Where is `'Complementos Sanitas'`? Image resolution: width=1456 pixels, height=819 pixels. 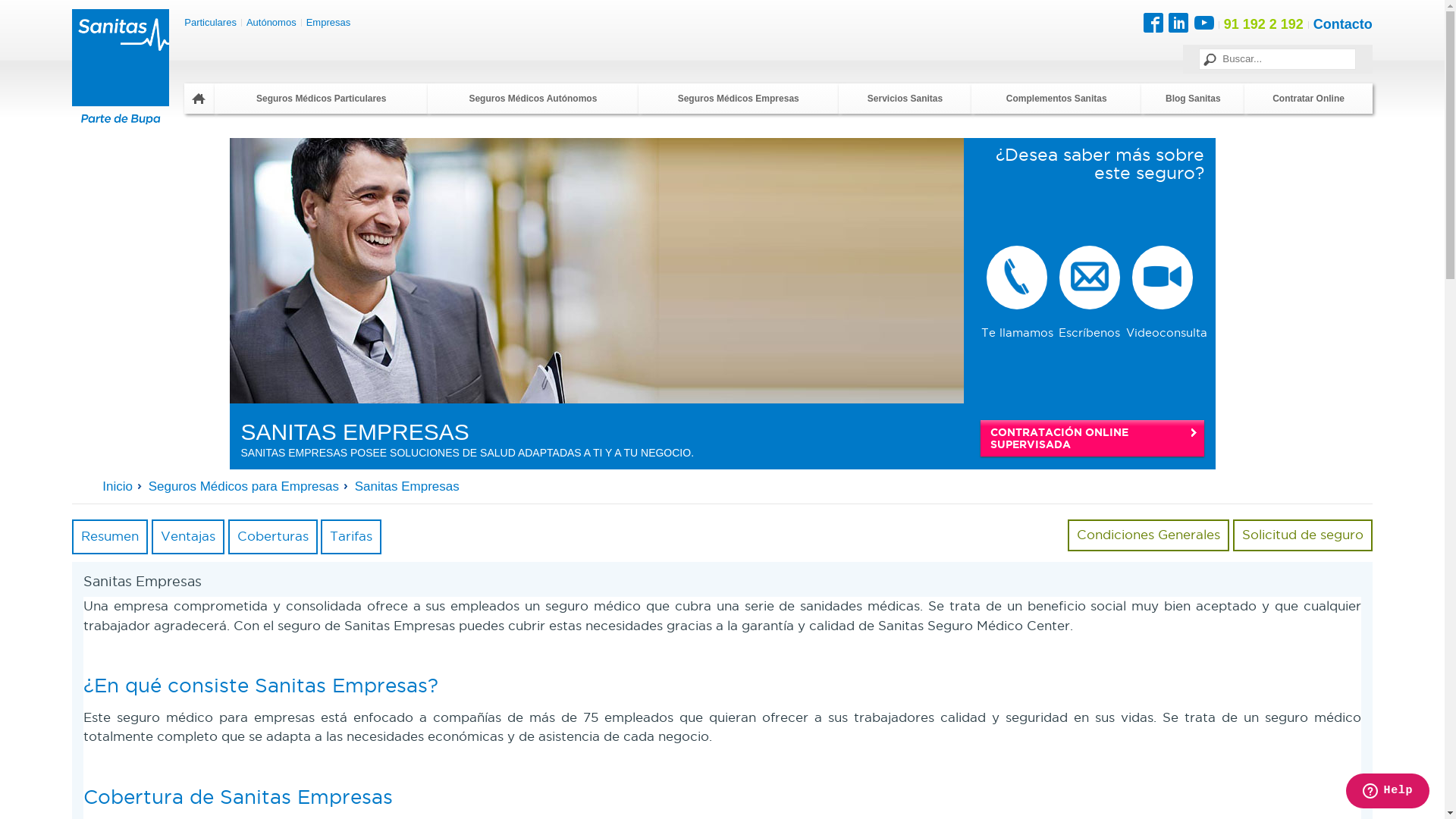
'Complementos Sanitas' is located at coordinates (1055, 99).